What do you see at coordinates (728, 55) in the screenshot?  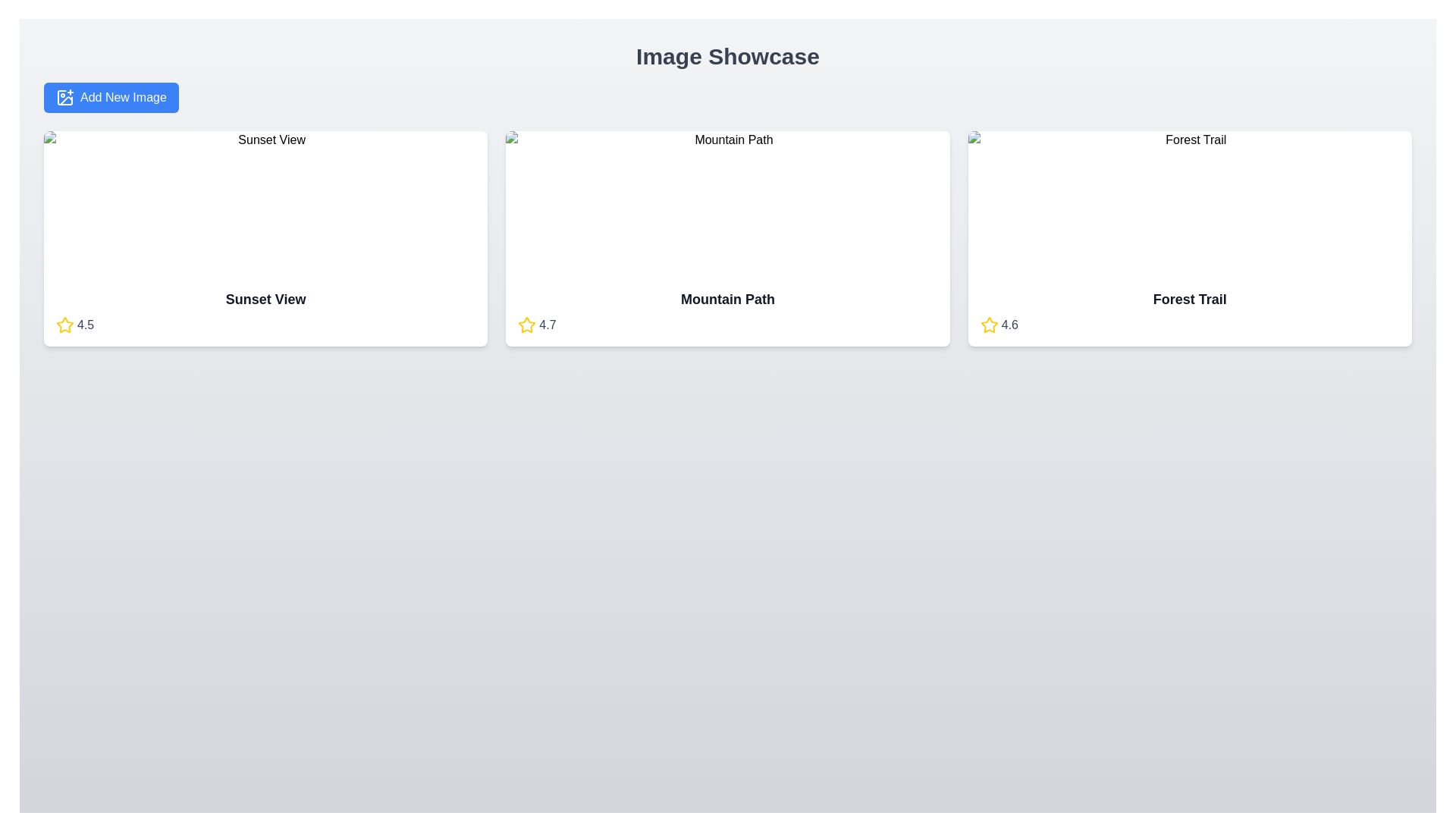 I see `text label that acts as a title for the section showcasing images, positioned at the top center of the interface above the 'Add New Image' button` at bounding box center [728, 55].